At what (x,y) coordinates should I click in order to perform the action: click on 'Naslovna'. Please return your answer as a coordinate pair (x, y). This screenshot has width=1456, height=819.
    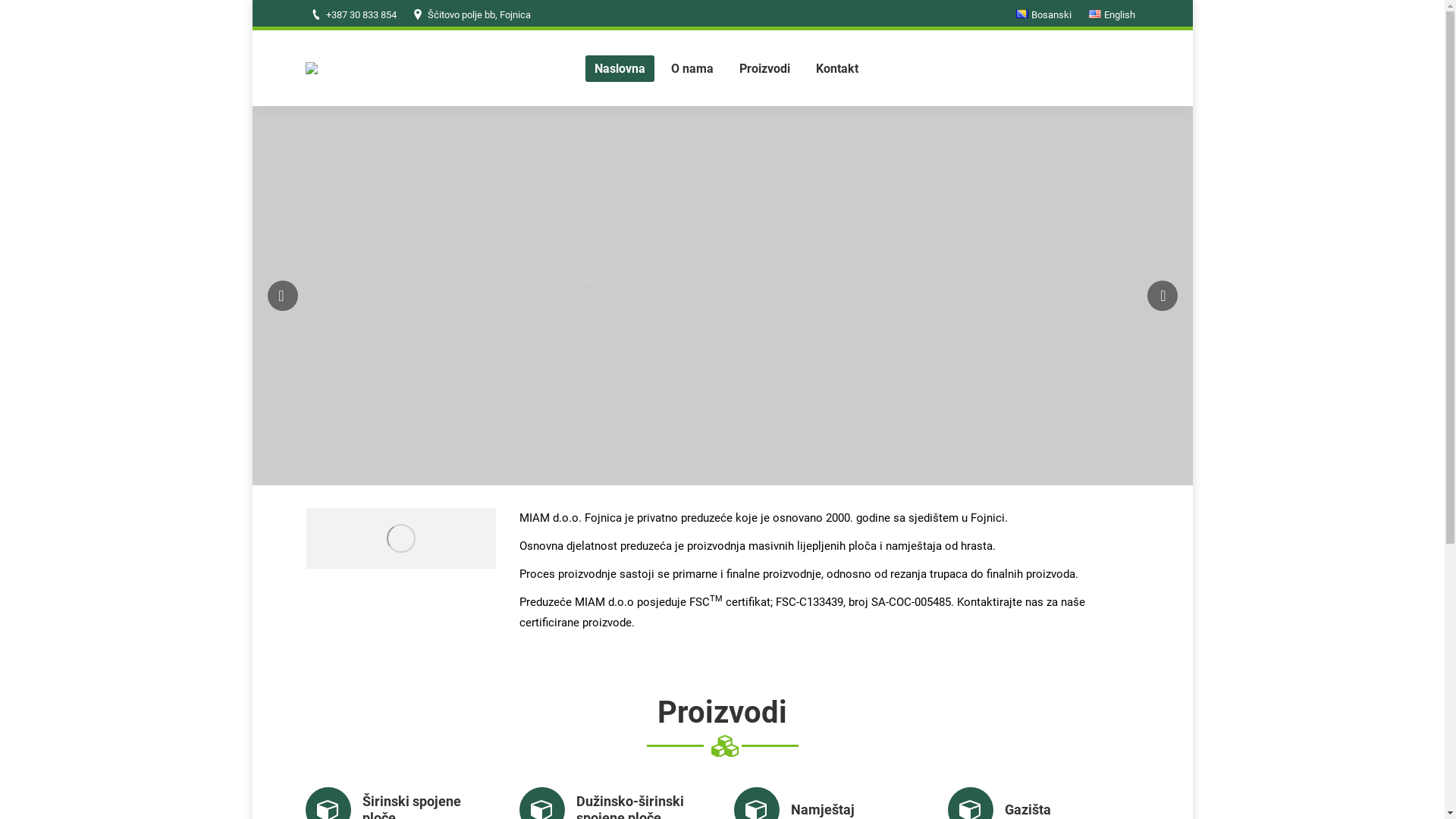
    Looking at the image, I should click on (620, 67).